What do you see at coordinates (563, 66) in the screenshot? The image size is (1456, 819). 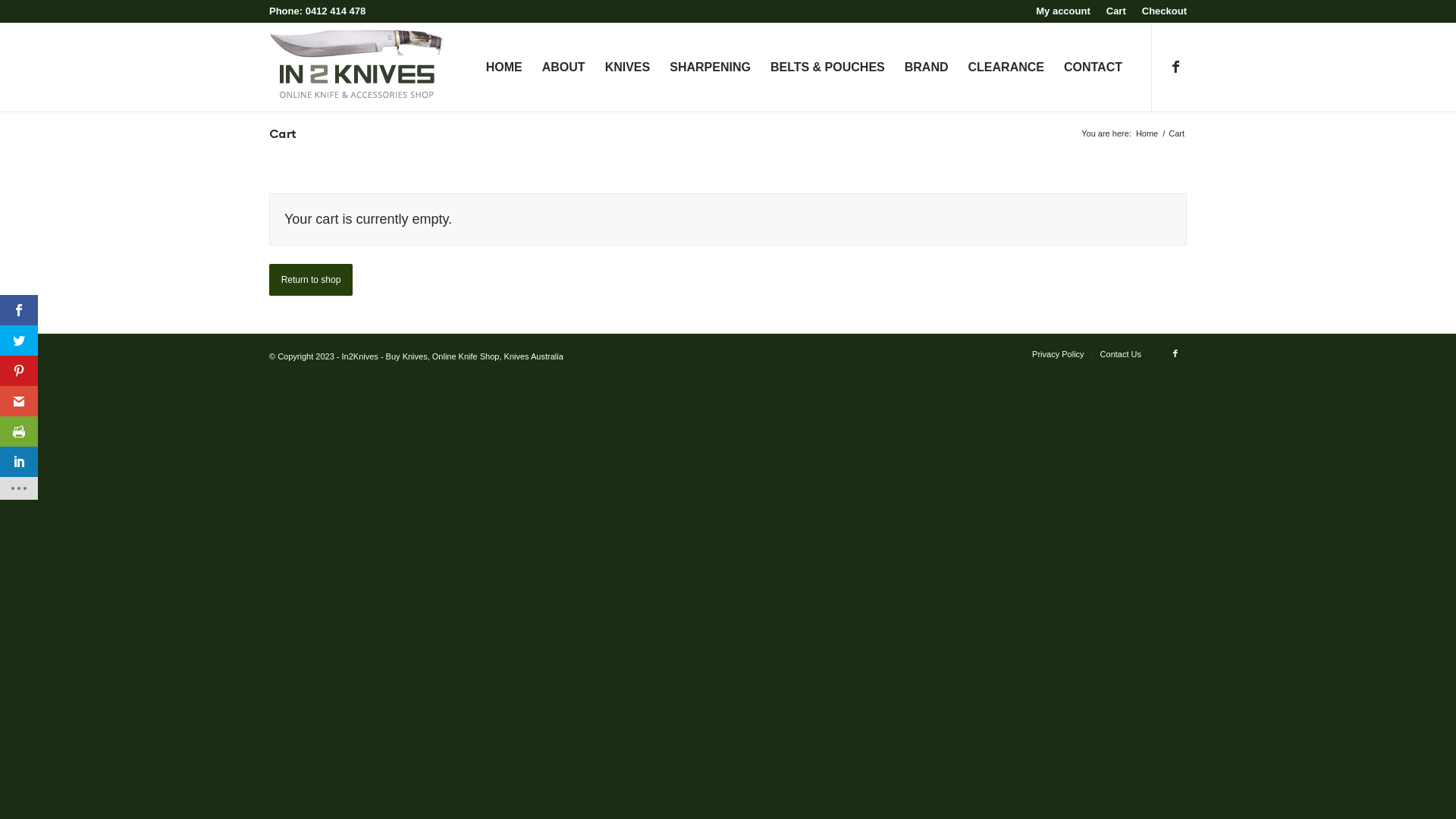 I see `'ABOUT'` at bounding box center [563, 66].